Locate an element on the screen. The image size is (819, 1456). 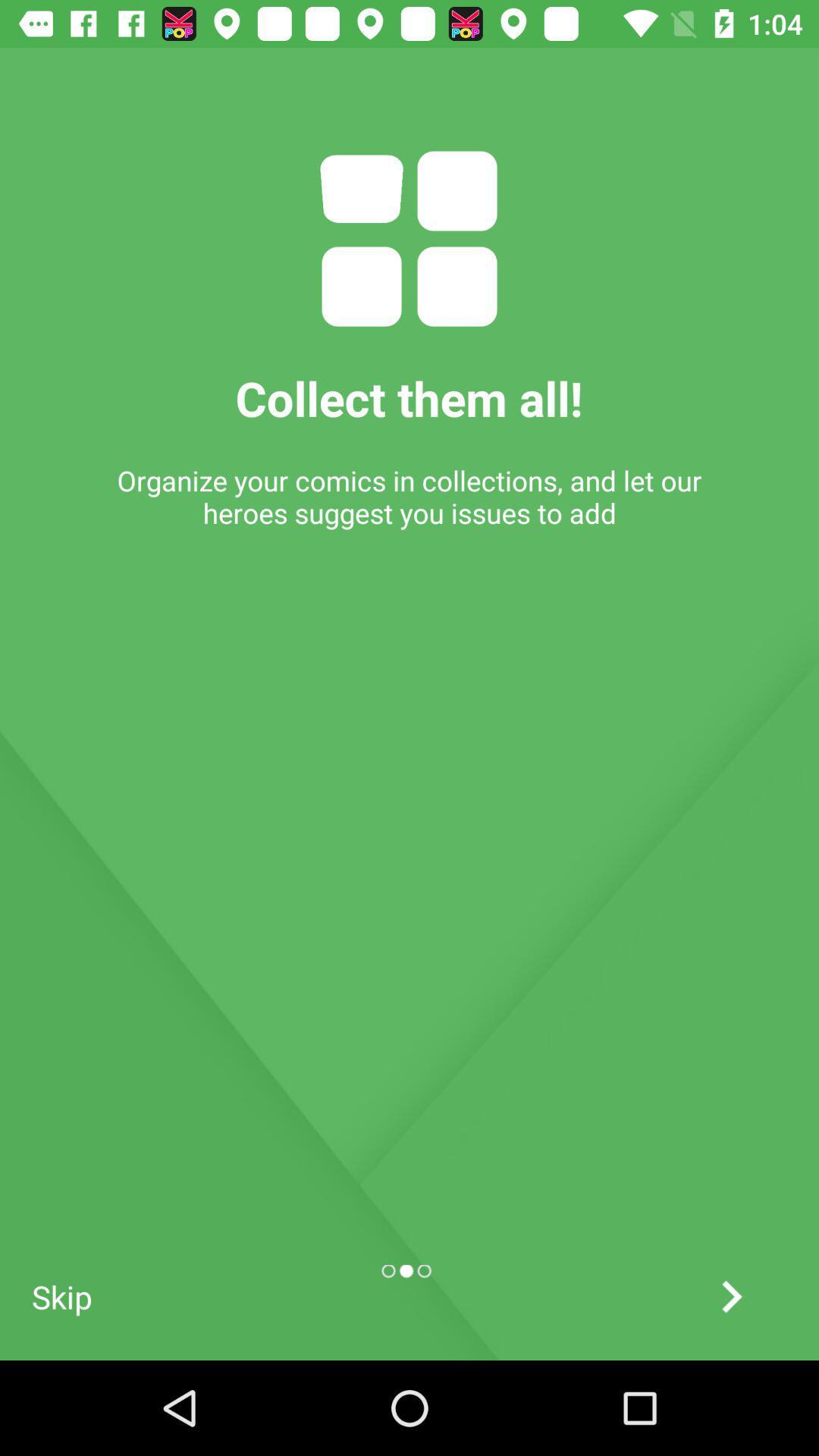
next is located at coordinates (730, 1295).